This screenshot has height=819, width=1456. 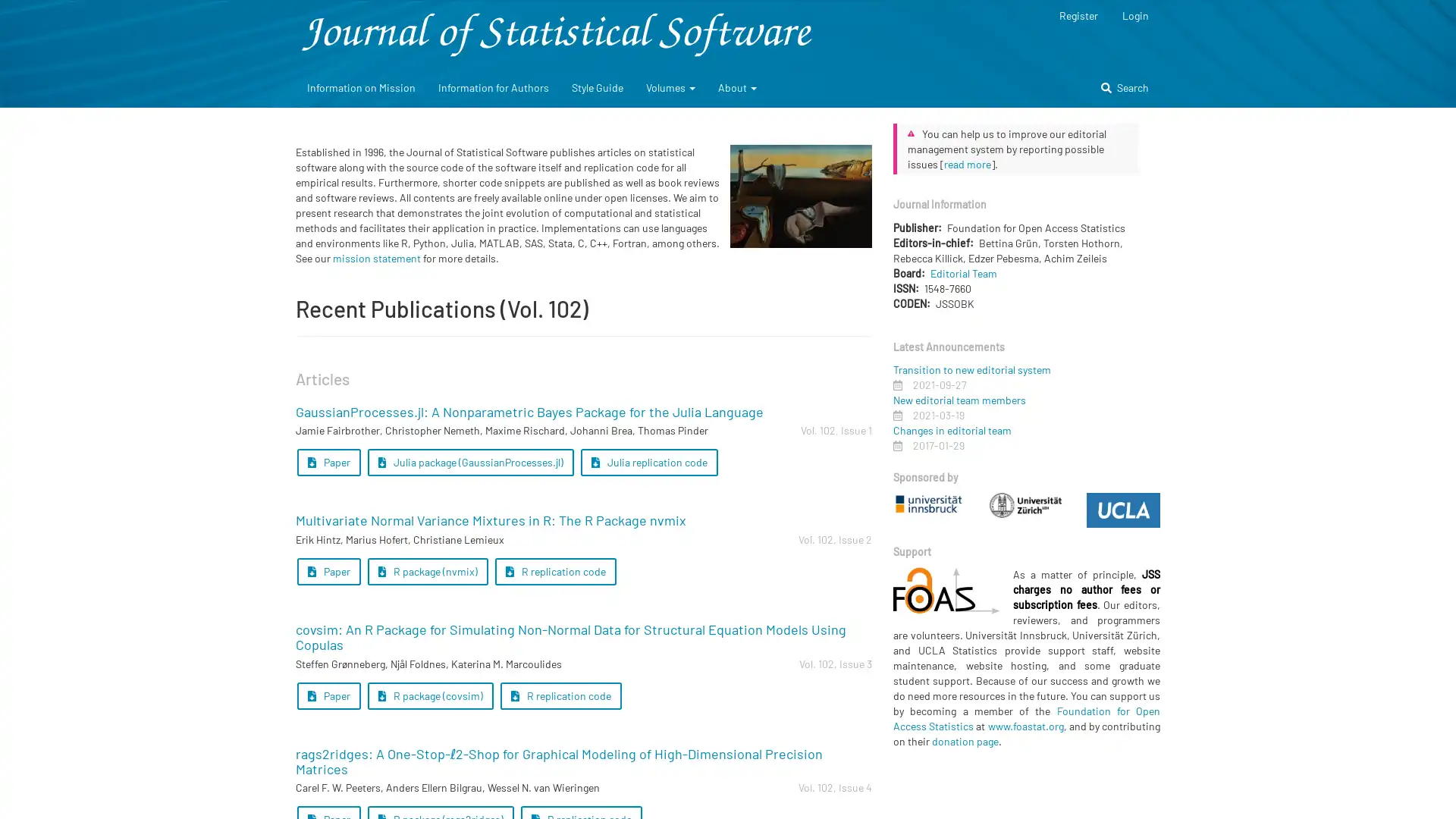 I want to click on Paper, so click(x=328, y=461).